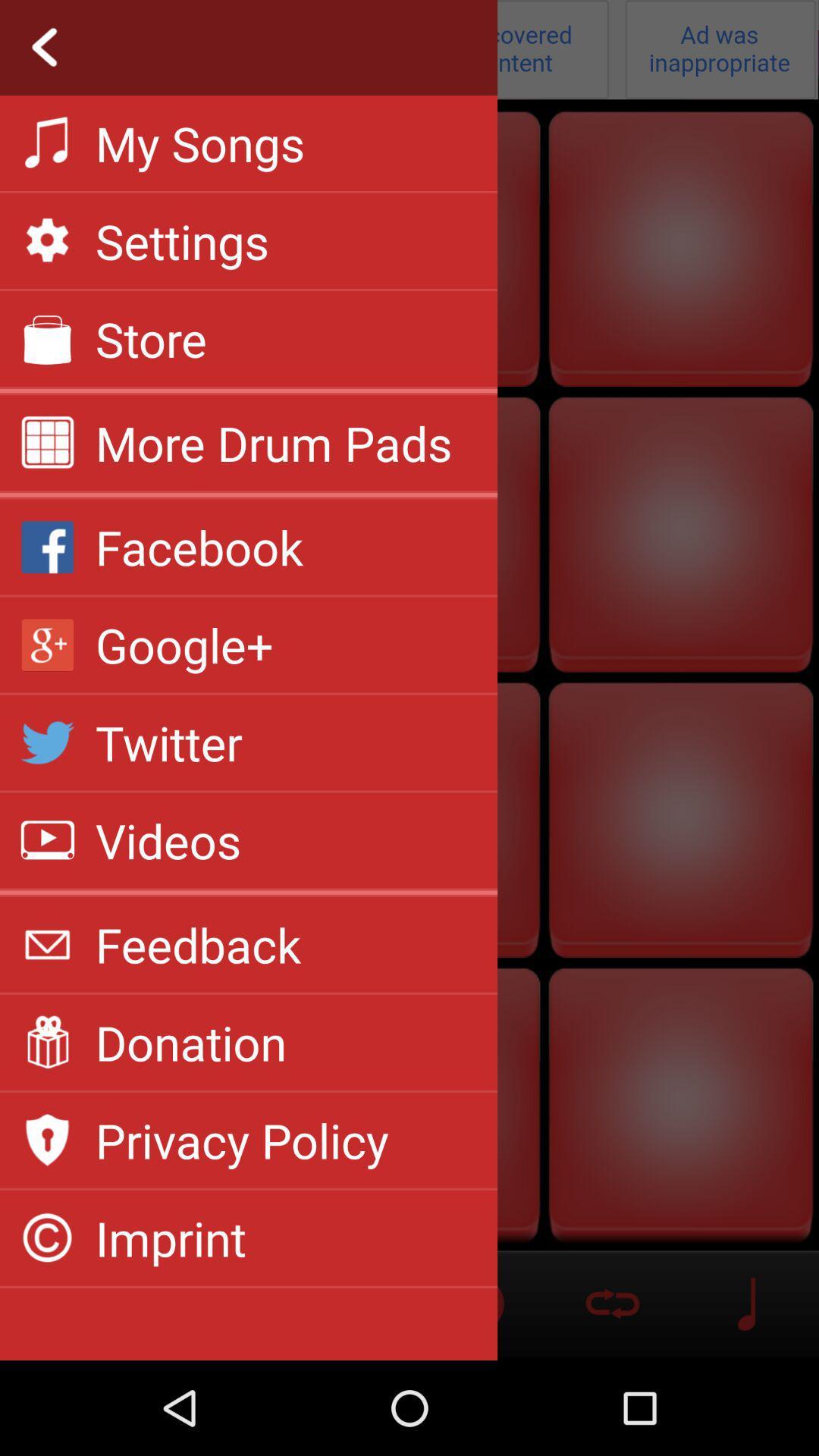 Image resolution: width=819 pixels, height=1456 pixels. Describe the element at coordinates (409, 49) in the screenshot. I see `settings` at that location.